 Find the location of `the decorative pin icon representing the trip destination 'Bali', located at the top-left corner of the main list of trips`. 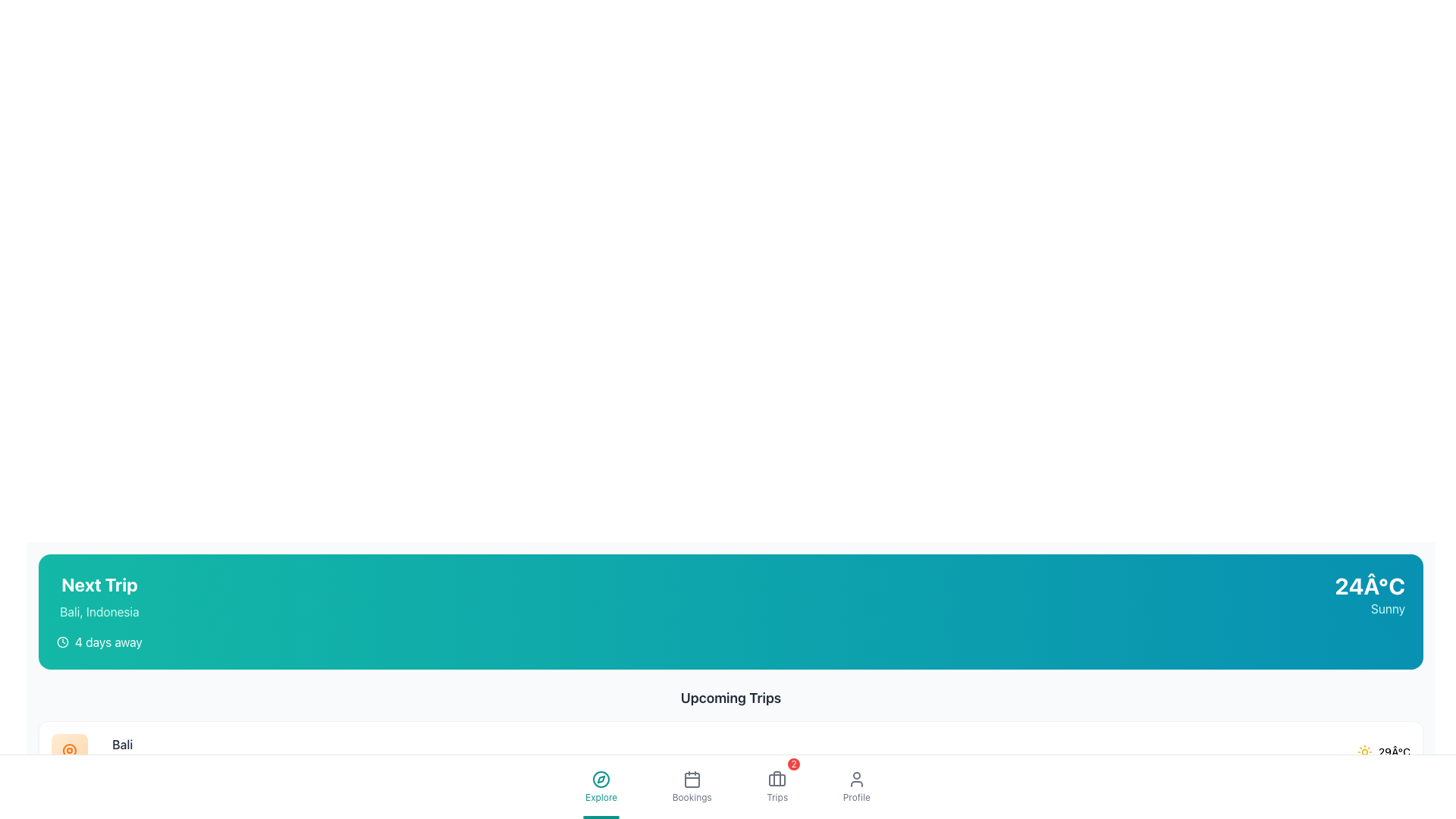

the decorative pin icon representing the trip destination 'Bali', located at the top-left corner of the main list of trips is located at coordinates (68, 752).